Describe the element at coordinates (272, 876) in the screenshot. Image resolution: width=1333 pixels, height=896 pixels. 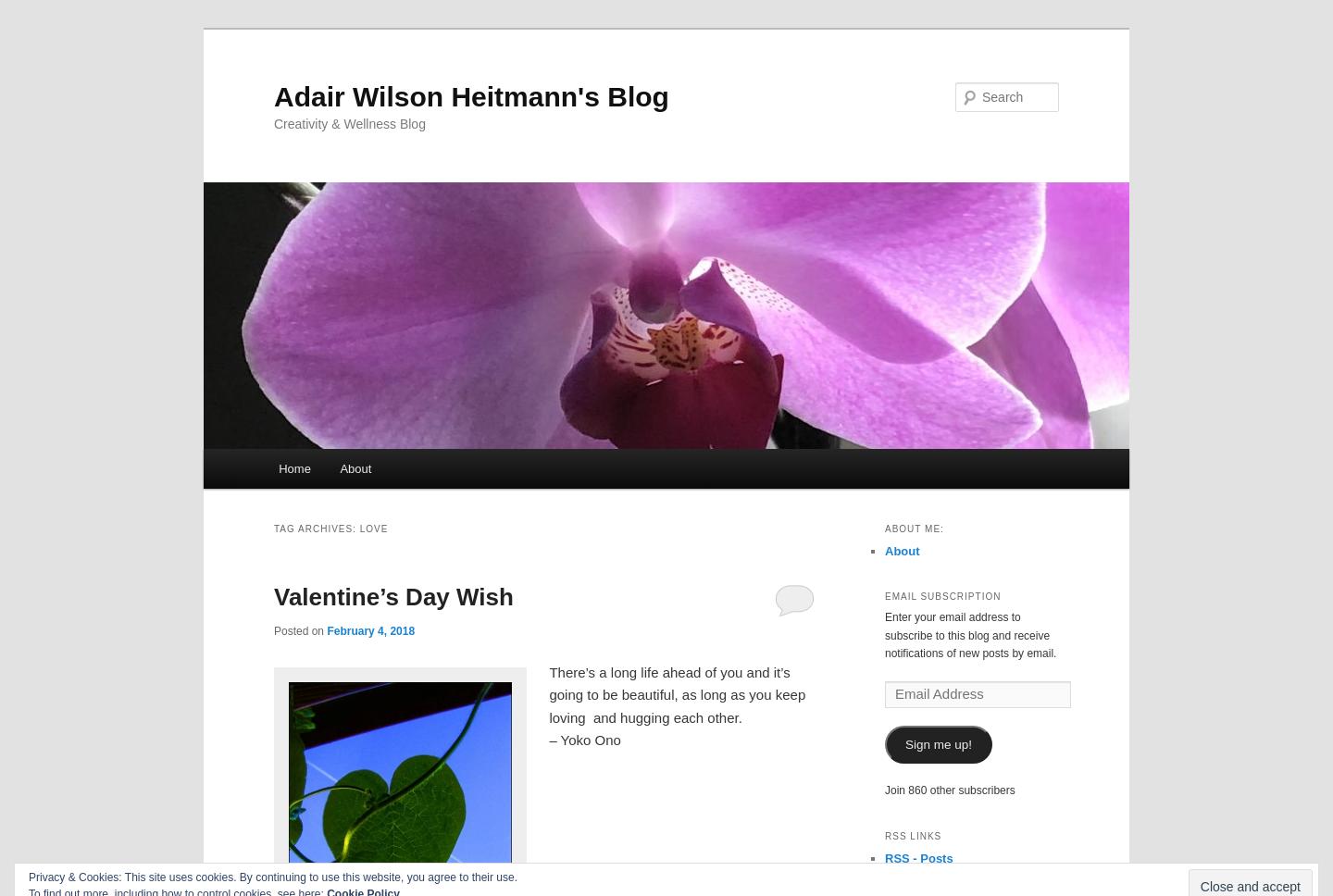
I see `'Privacy & Cookies: This site uses cookies. By continuing to use this website, you agree to their use.'` at that location.